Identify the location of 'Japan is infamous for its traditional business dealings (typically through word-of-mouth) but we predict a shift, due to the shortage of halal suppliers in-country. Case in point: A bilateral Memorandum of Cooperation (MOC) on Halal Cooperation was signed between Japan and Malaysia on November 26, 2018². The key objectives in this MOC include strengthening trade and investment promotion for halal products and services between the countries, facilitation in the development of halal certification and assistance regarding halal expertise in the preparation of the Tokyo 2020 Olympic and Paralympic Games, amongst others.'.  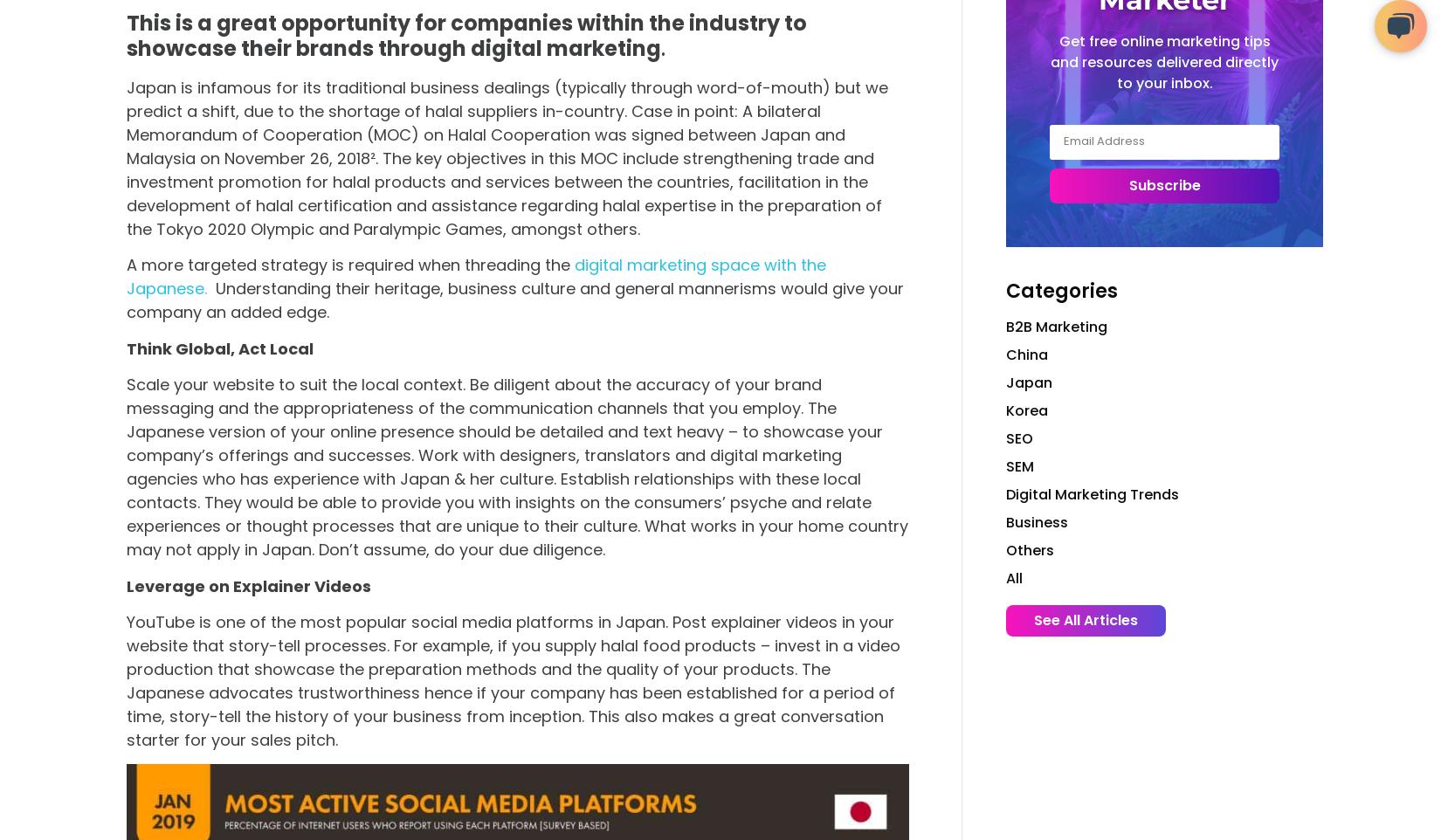
(127, 157).